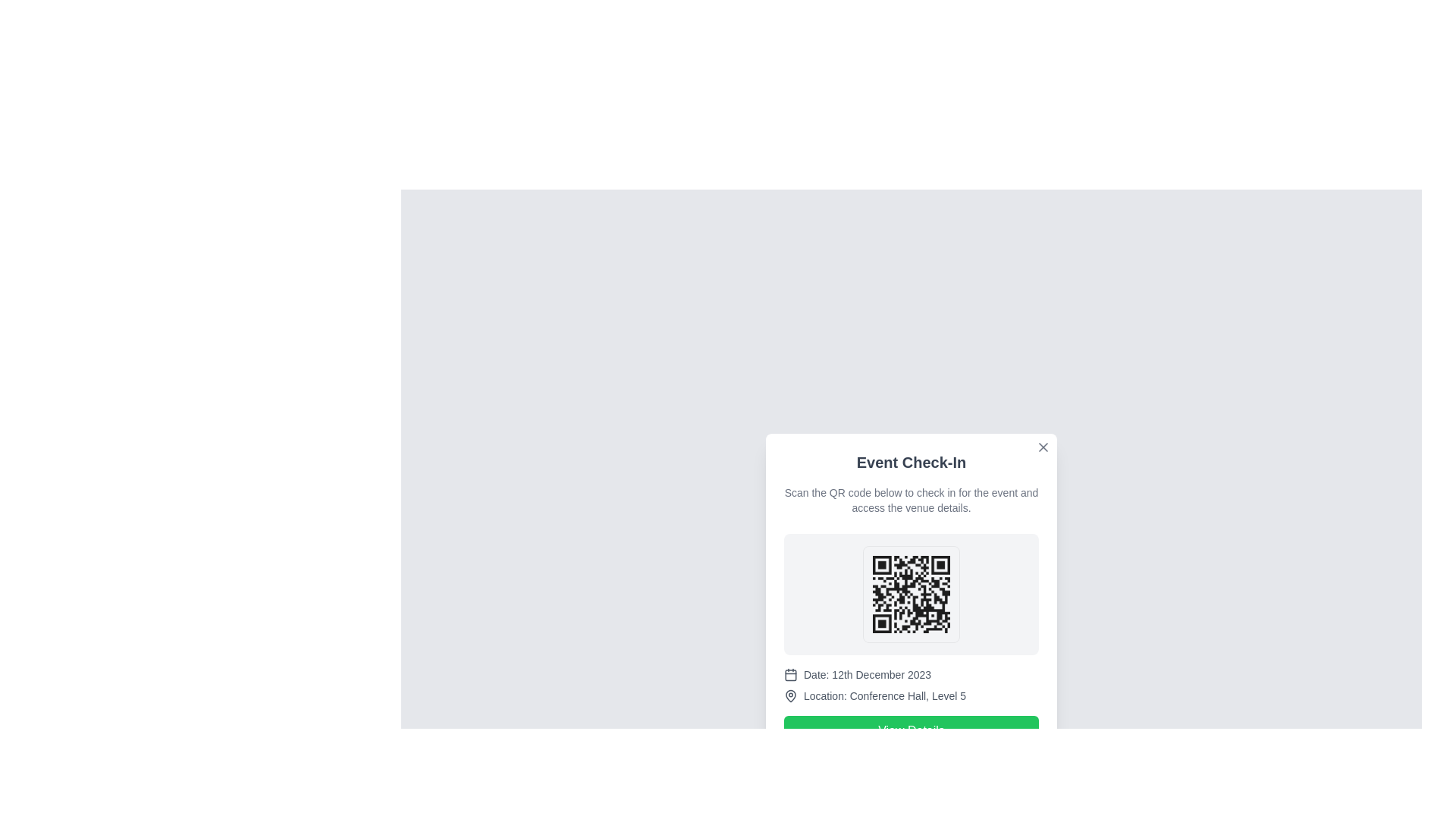 The image size is (1456, 819). Describe the element at coordinates (910, 500) in the screenshot. I see `instructions text located below the title 'Event Check-In' within the card layout, which provides information regarding the use of the QR code for event check-in and venue details` at that location.